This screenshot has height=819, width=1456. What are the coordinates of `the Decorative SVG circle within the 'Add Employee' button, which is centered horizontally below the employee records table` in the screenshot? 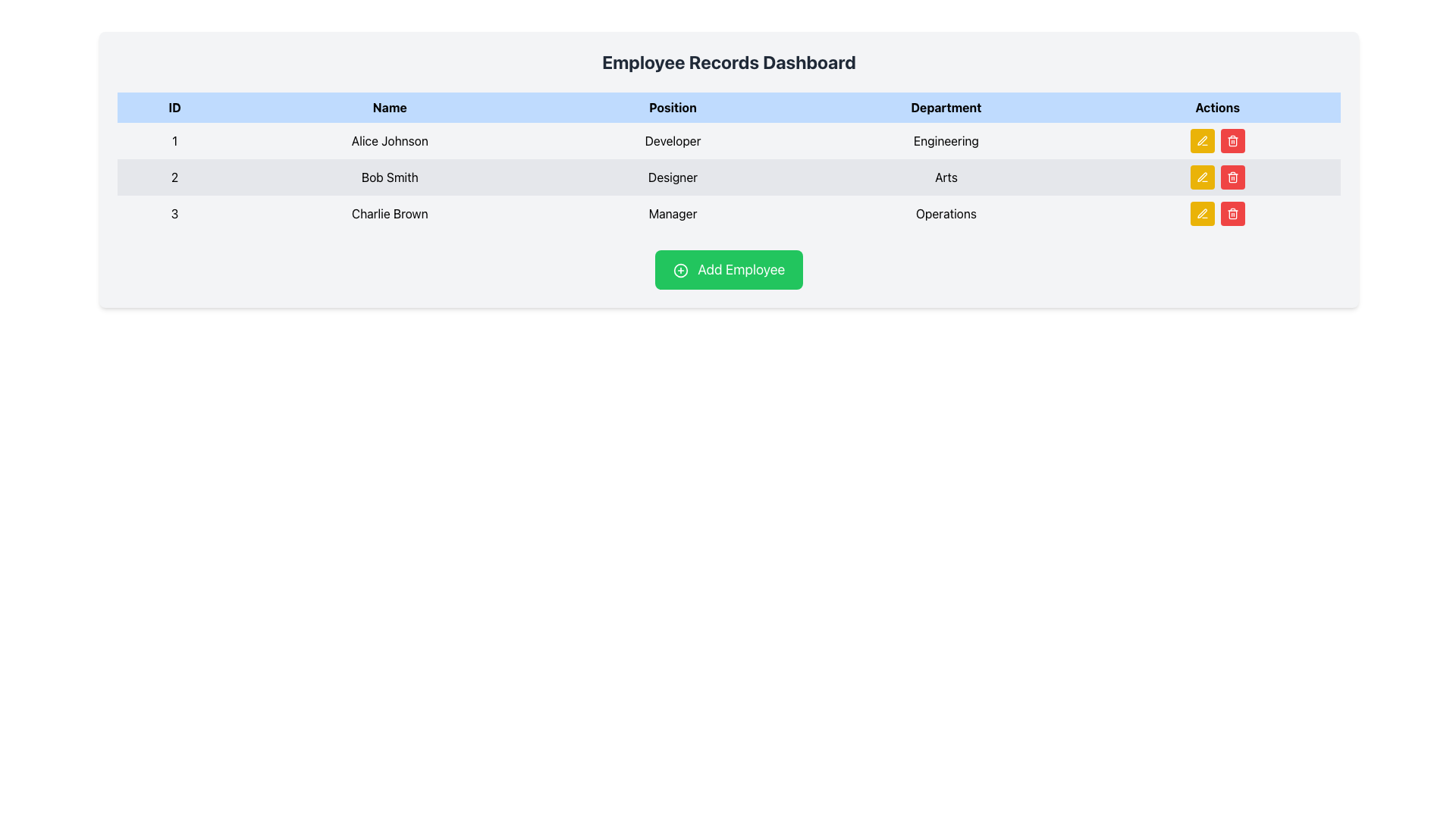 It's located at (679, 270).